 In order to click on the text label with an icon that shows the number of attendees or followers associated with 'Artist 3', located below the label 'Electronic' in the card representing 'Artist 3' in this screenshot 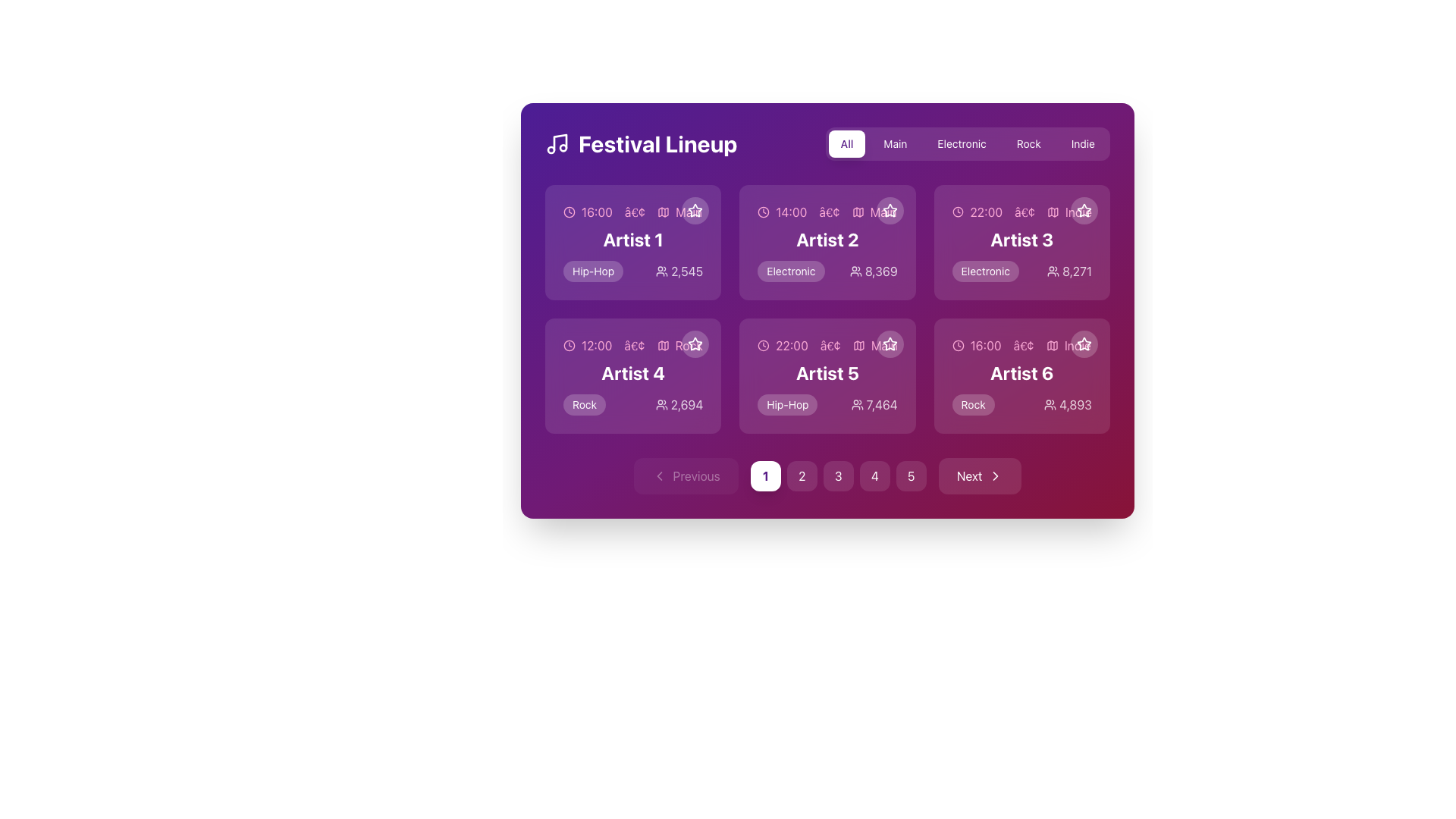, I will do `click(1068, 271)`.